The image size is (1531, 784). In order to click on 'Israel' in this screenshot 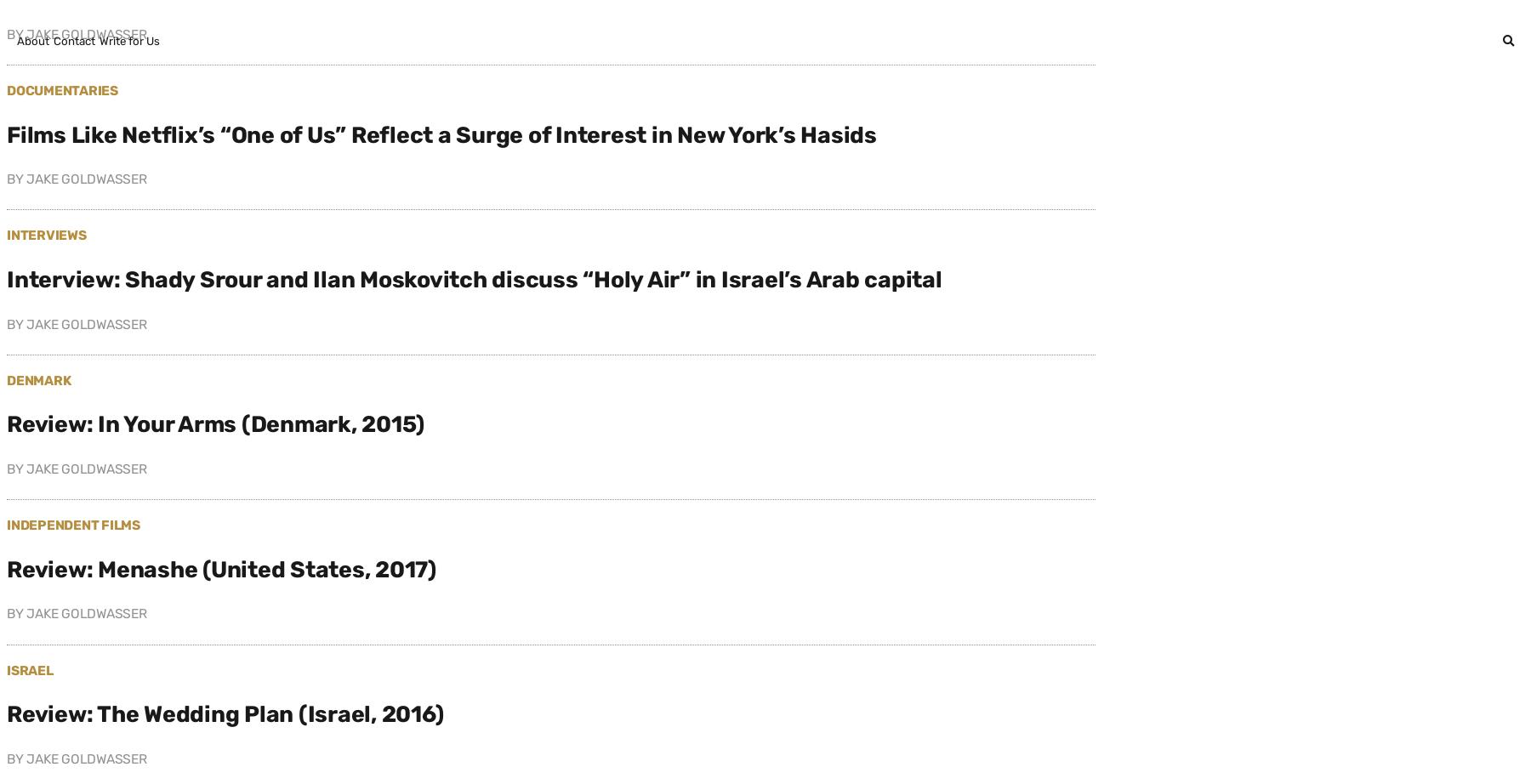, I will do `click(28, 668)`.